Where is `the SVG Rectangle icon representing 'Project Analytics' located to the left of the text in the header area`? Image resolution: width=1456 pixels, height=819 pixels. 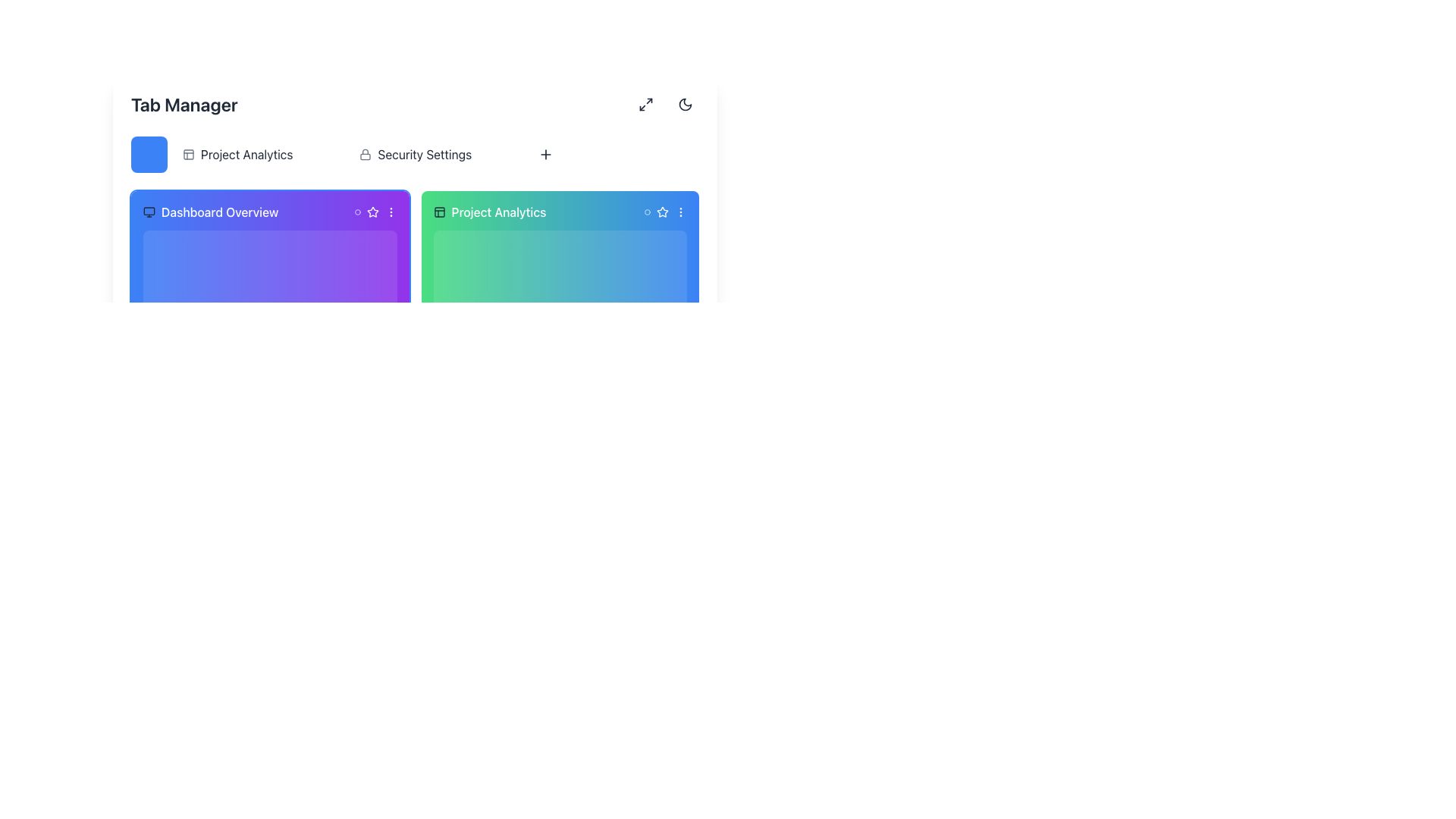 the SVG Rectangle icon representing 'Project Analytics' located to the left of the text in the header area is located at coordinates (188, 155).